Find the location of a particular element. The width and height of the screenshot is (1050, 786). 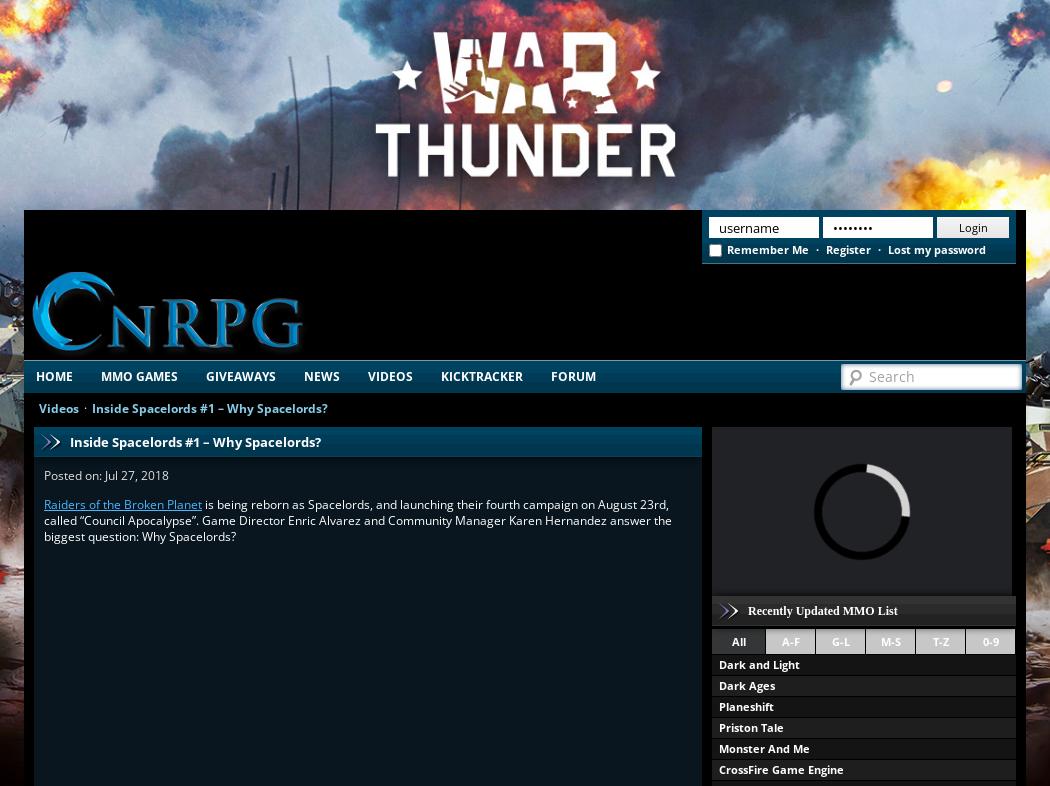

'Forum' is located at coordinates (572, 376).